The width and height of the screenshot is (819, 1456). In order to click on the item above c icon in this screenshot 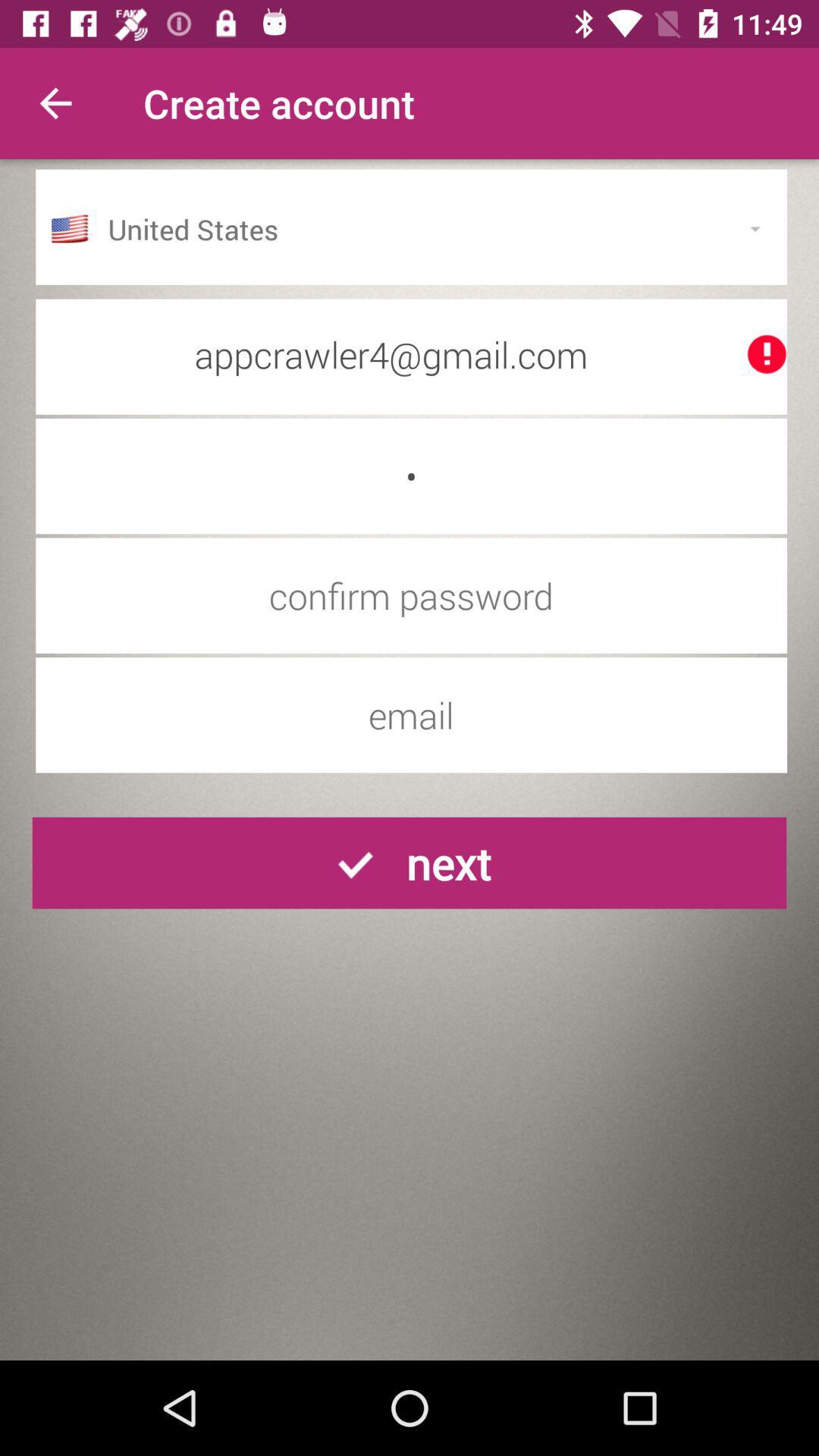, I will do `click(411, 353)`.